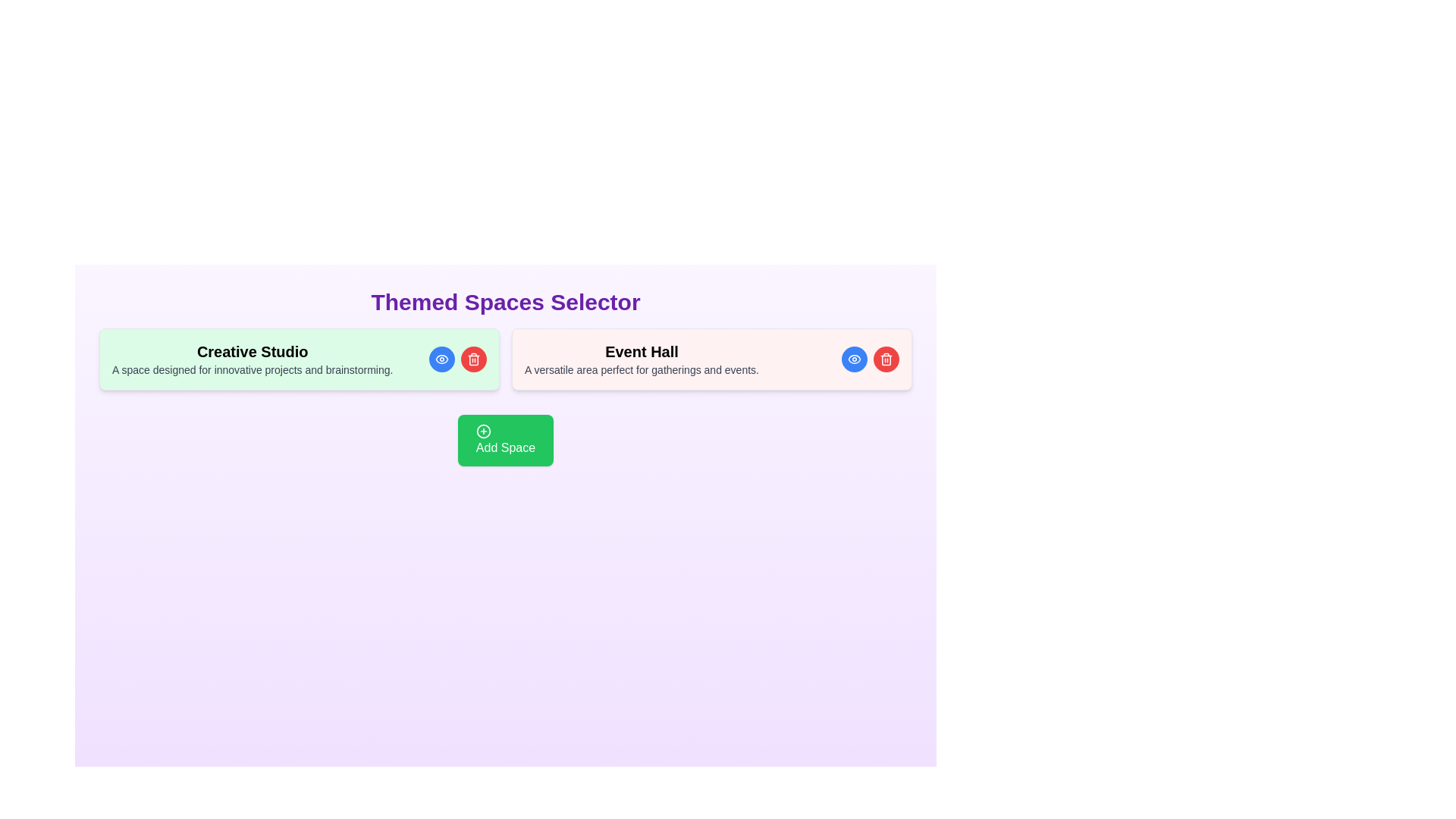 This screenshot has height=819, width=1456. Describe the element at coordinates (253, 351) in the screenshot. I see `the 'Creative Studio' header text label, which is bold and prominently displayed in a large font within a light green background, located at the top center of its section` at that location.